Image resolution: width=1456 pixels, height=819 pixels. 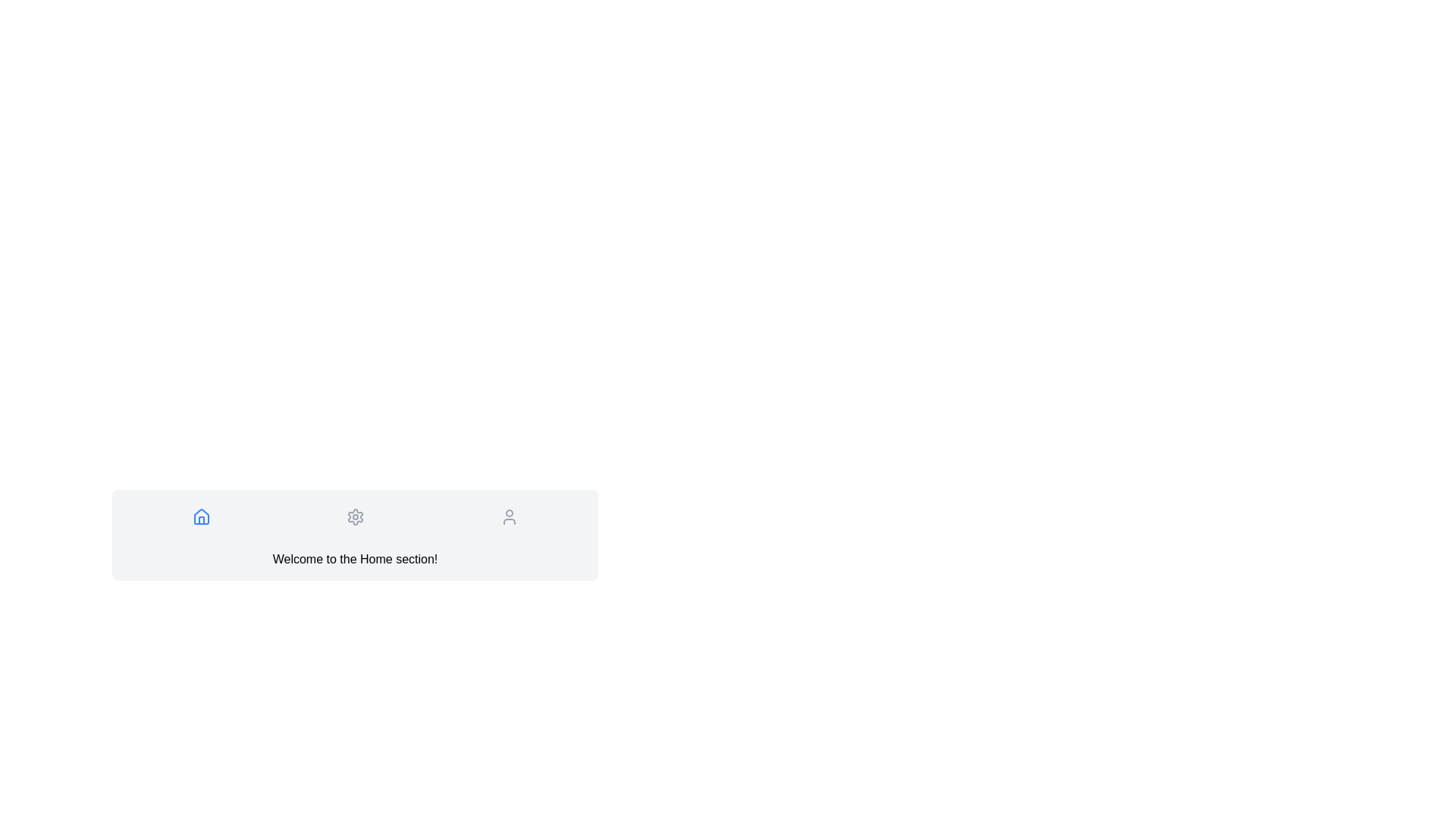 I want to click on the gear-shaped settings icon located in the center of the bottom navigation bar, so click(x=354, y=516).